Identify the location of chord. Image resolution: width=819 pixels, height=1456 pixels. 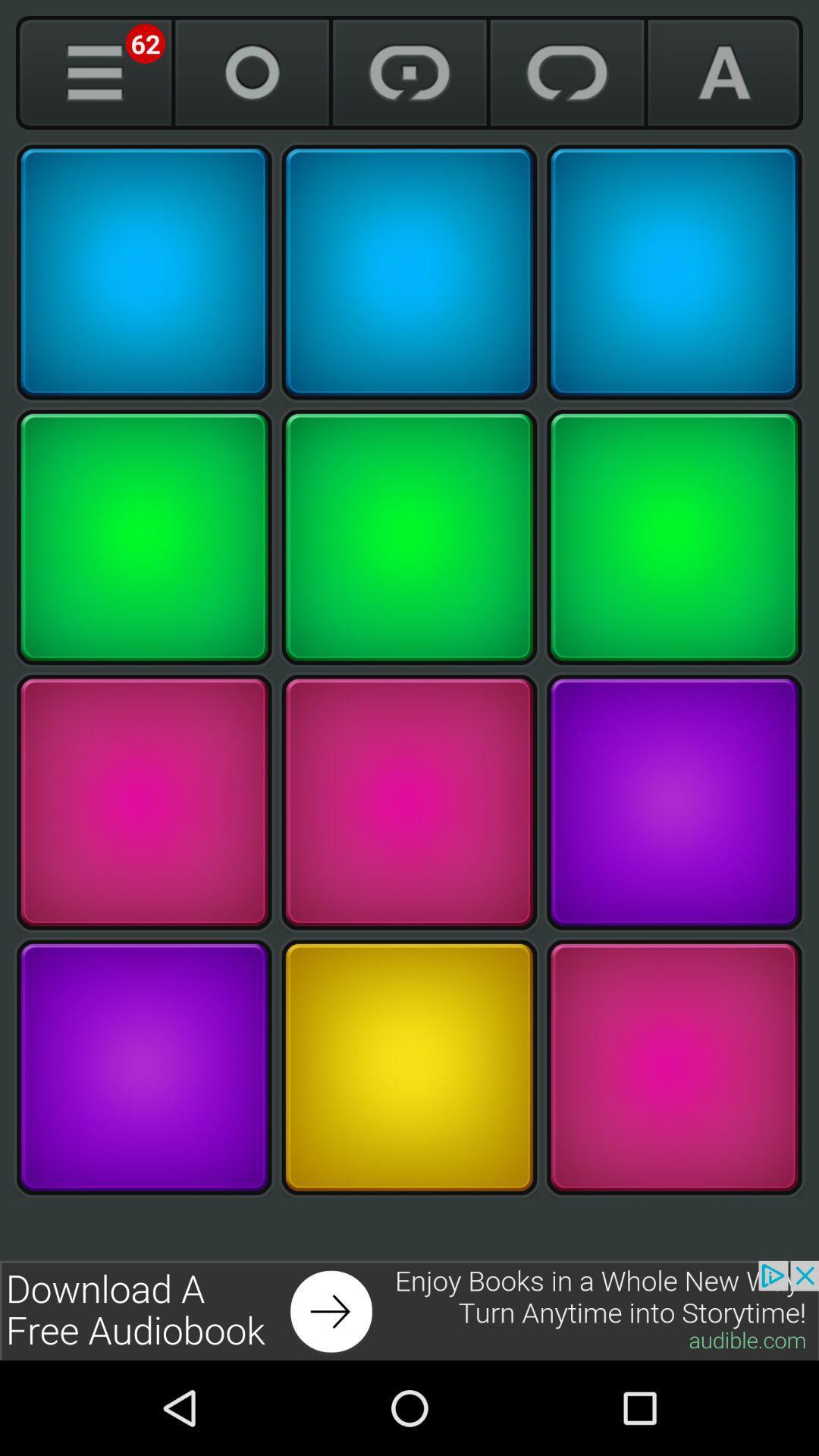
(673, 1066).